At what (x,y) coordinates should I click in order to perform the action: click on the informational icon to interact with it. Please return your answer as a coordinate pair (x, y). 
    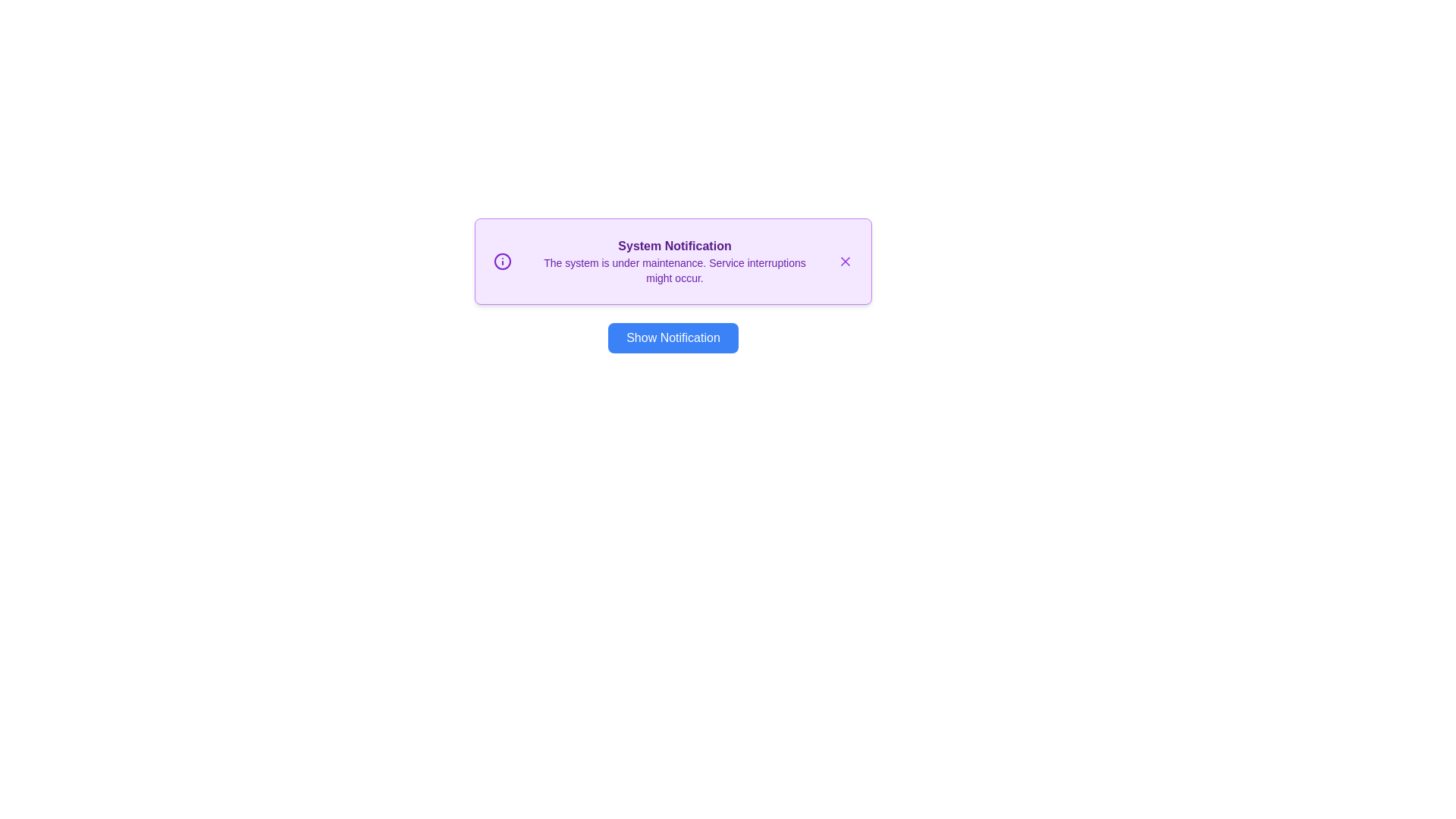
    Looking at the image, I should click on (502, 260).